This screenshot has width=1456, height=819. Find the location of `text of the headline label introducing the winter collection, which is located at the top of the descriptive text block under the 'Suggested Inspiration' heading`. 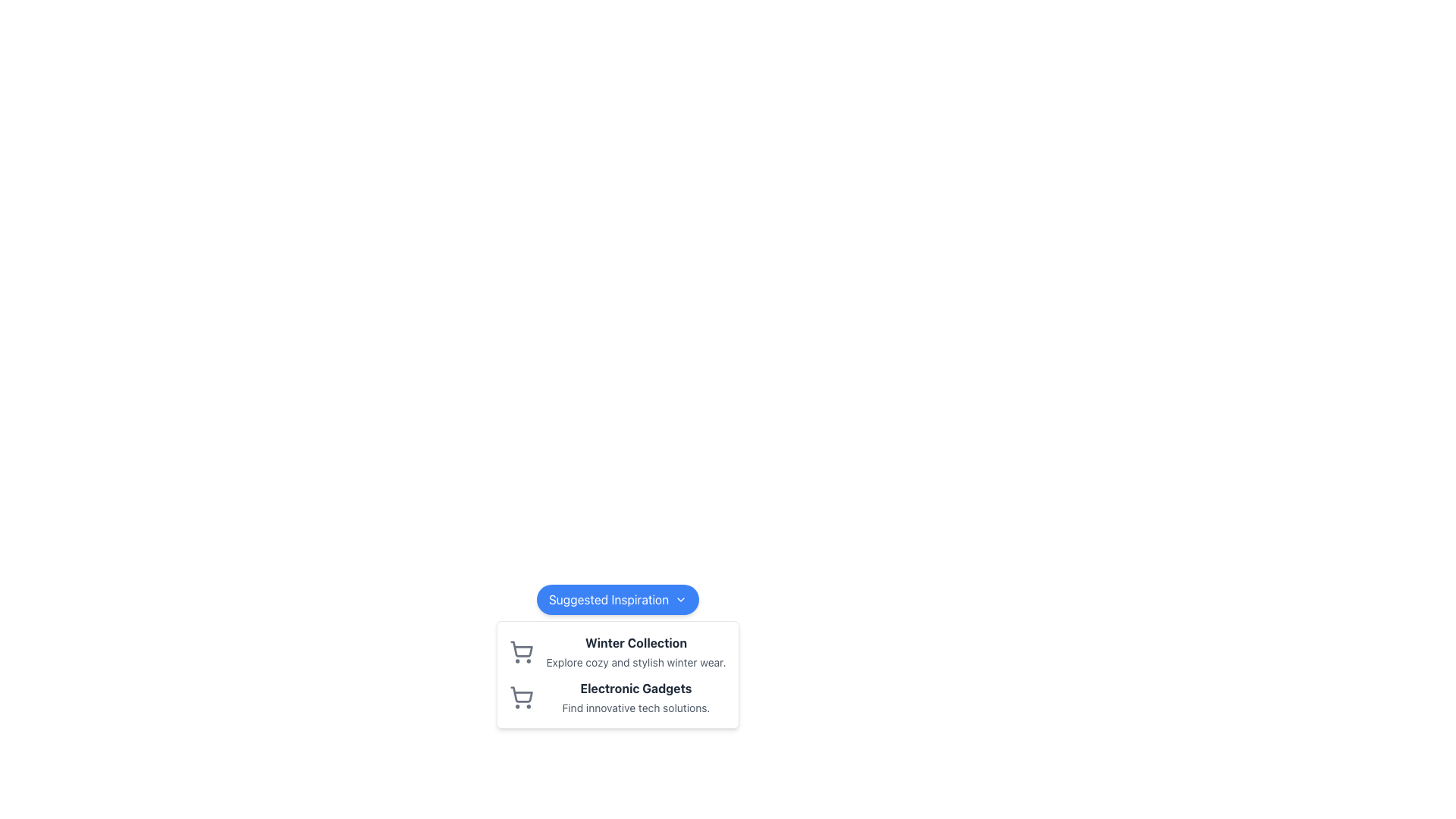

text of the headline label introducing the winter collection, which is located at the top of the descriptive text block under the 'Suggested Inspiration' heading is located at coordinates (636, 643).